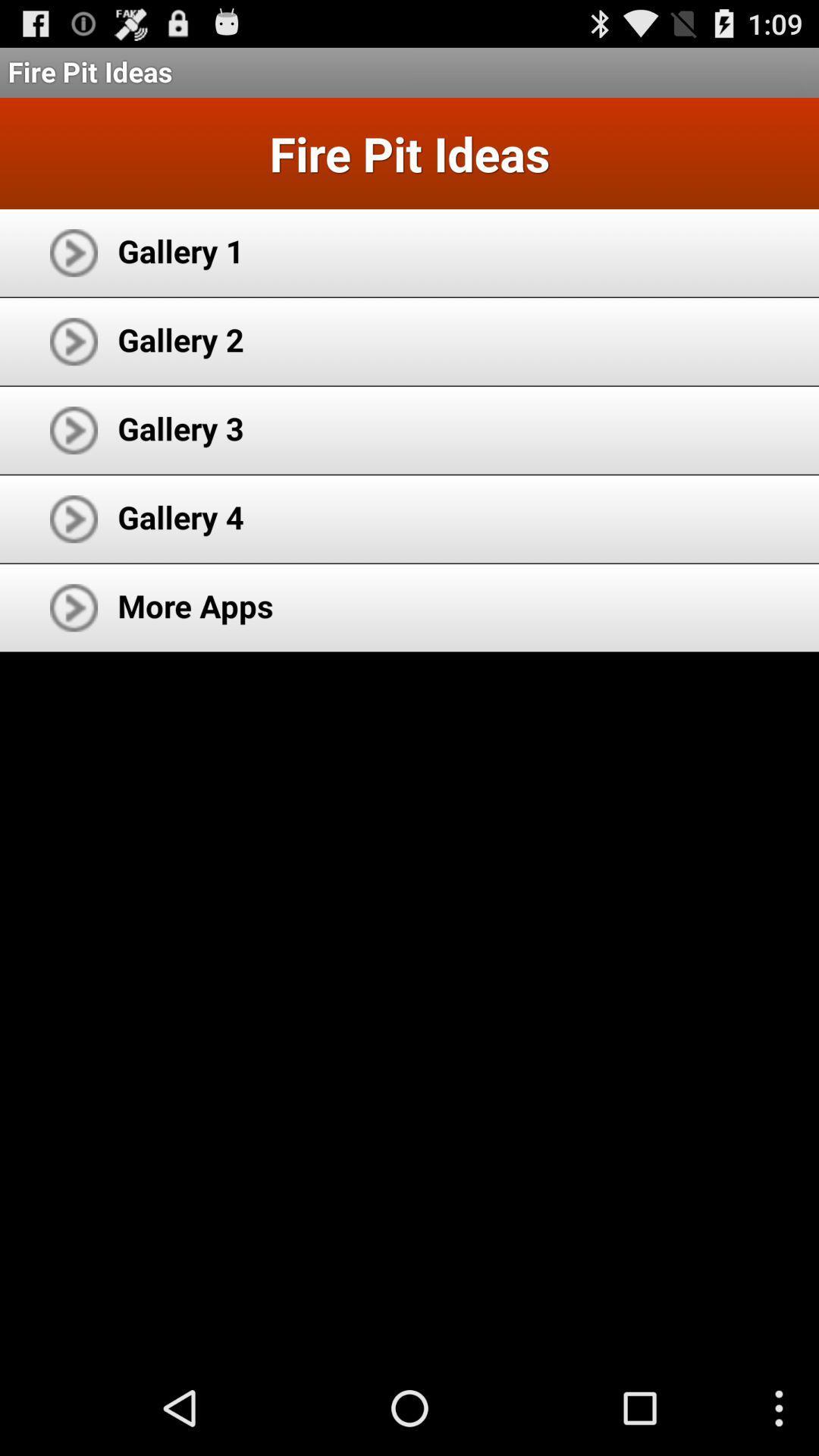 This screenshot has width=819, height=1456. Describe the element at coordinates (180, 338) in the screenshot. I see `app below the gallery 1 item` at that location.